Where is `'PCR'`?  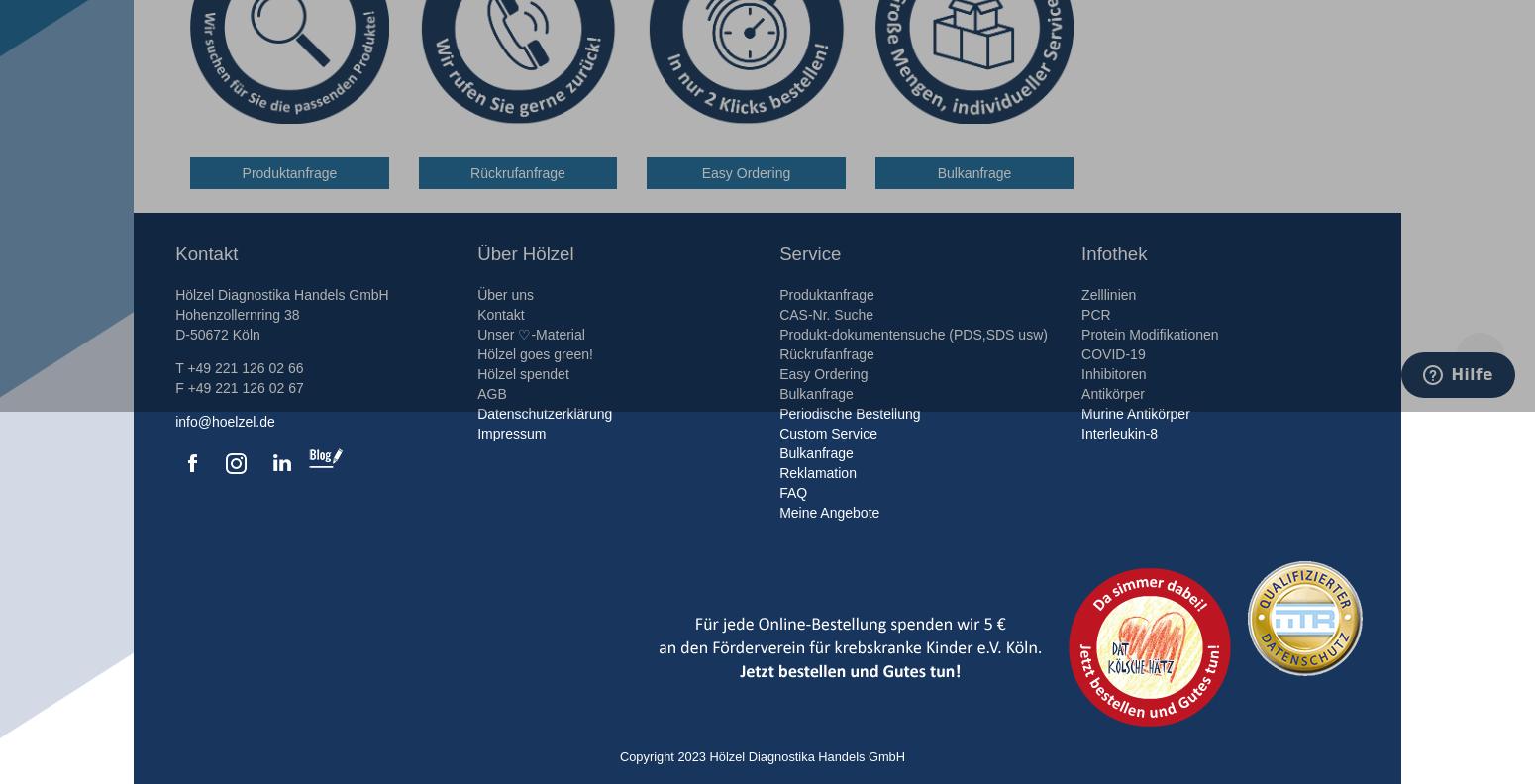 'PCR' is located at coordinates (1094, 313).